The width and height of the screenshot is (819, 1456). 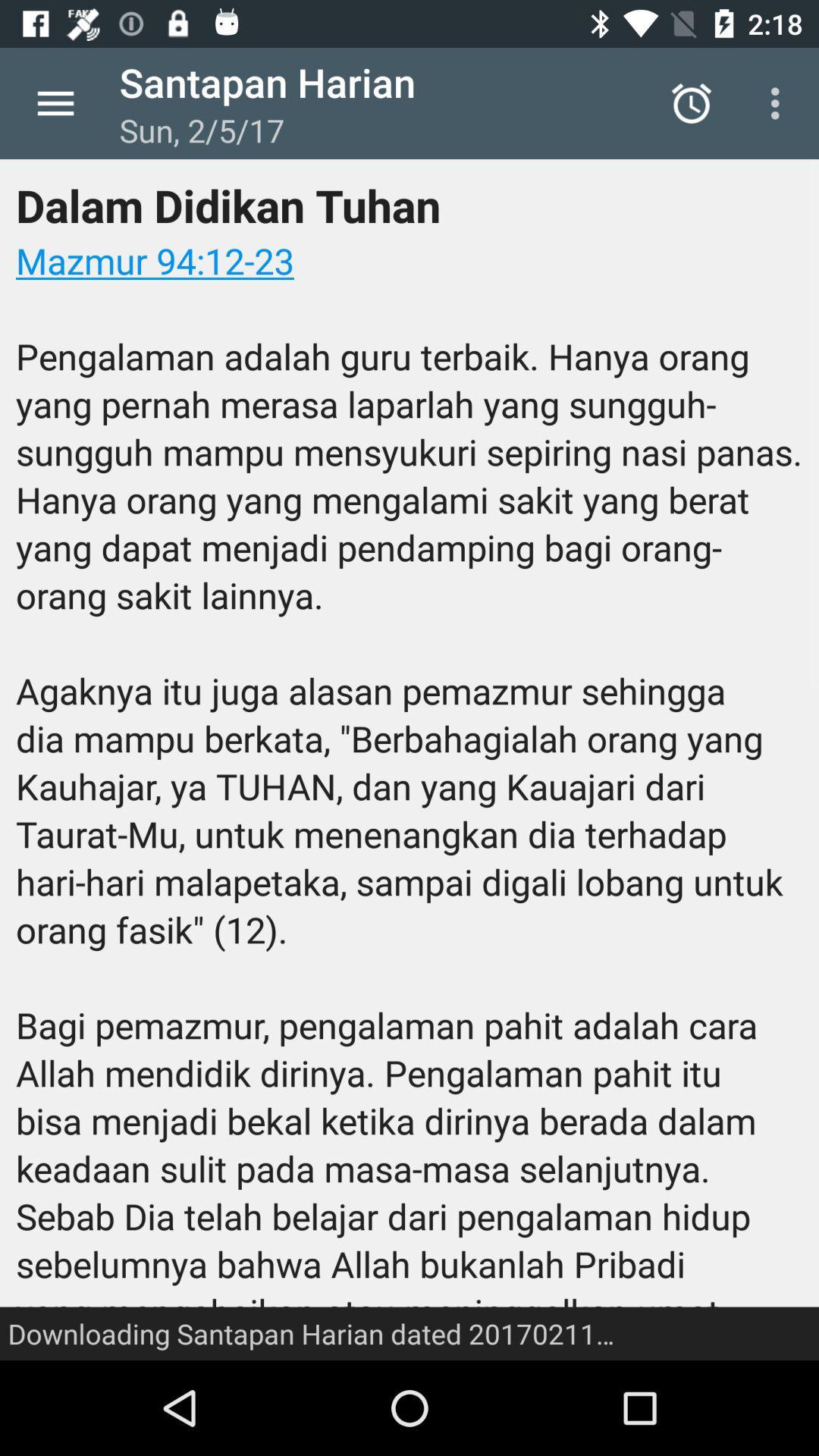 I want to click on the app next to santapan harian icon, so click(x=691, y=102).